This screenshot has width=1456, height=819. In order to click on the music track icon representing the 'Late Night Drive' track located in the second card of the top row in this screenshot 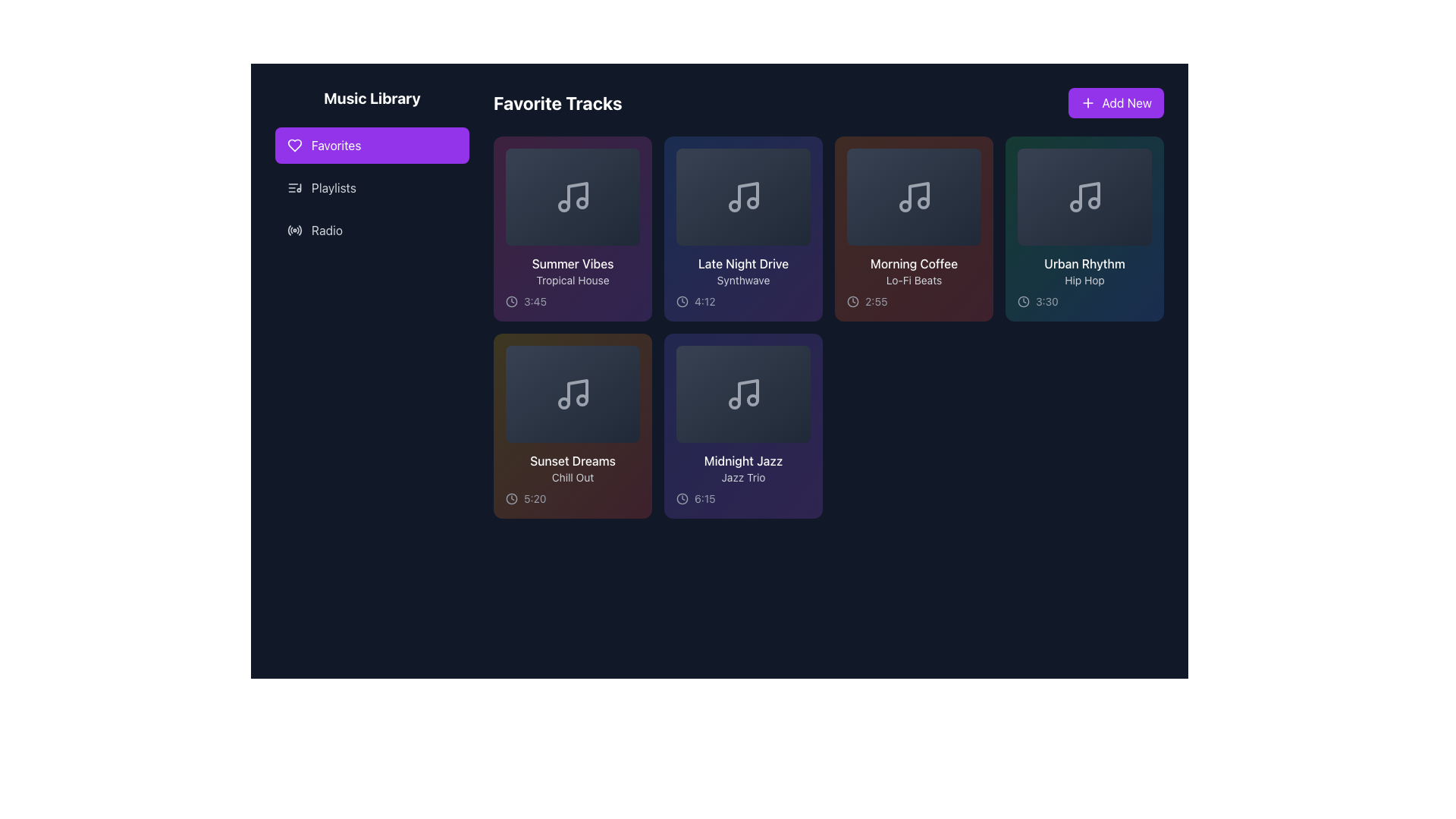, I will do `click(743, 196)`.